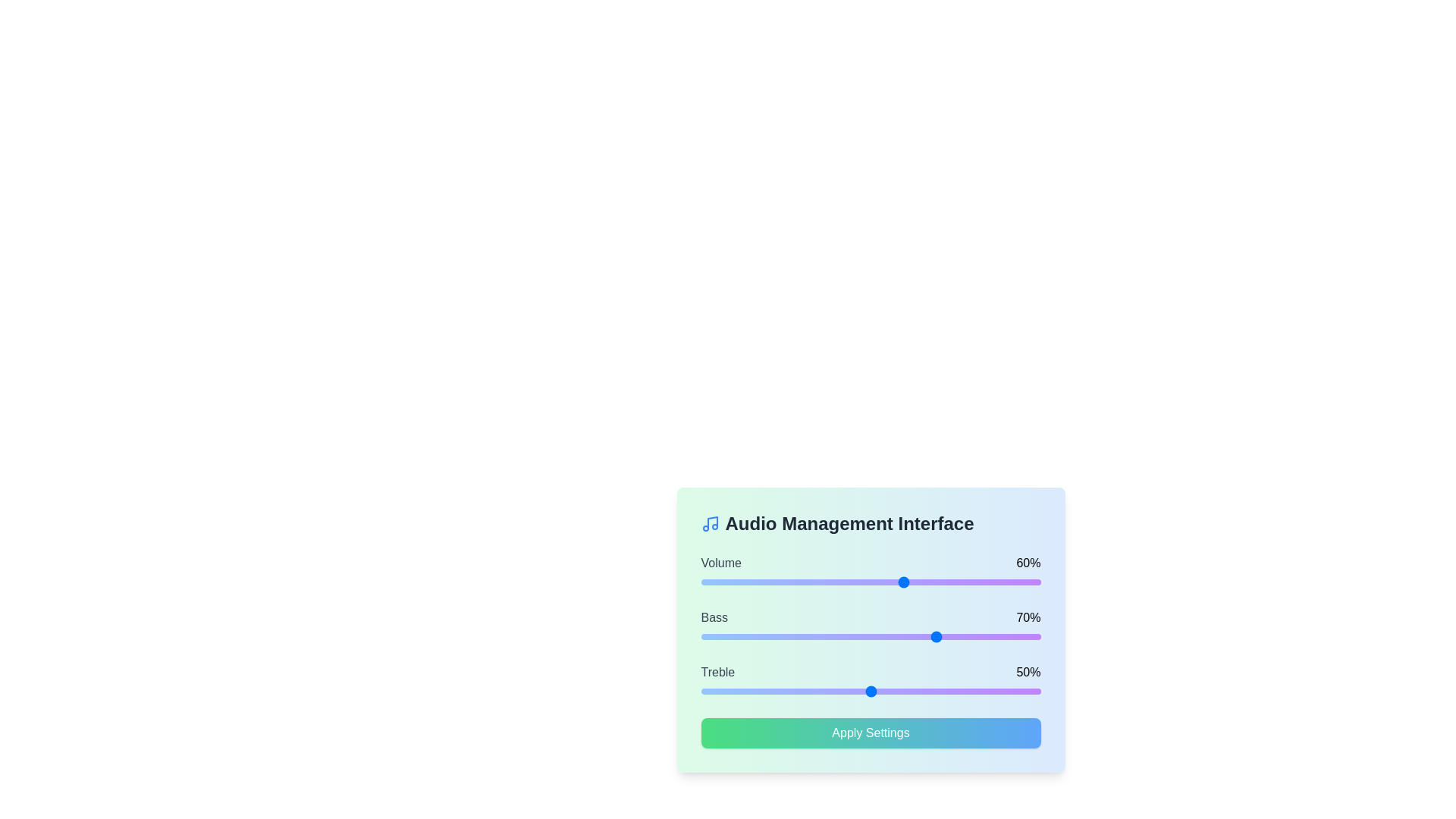 Image resolution: width=1456 pixels, height=819 pixels. I want to click on the treble level, so click(799, 691).